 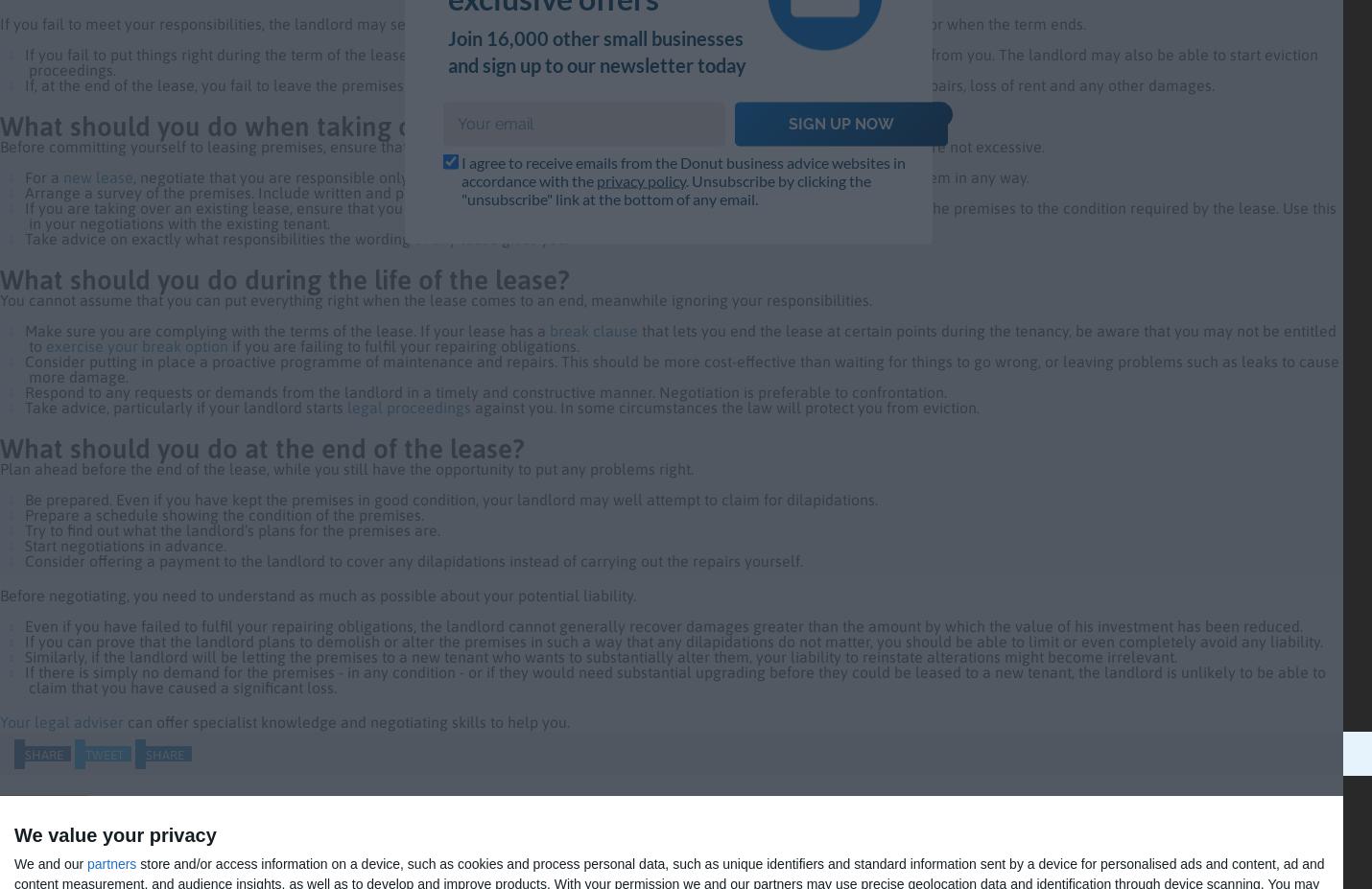 What do you see at coordinates (319, 594) in the screenshot?
I see `'Before negotiating, you need to understand as much as possible about your potential liability.'` at bounding box center [319, 594].